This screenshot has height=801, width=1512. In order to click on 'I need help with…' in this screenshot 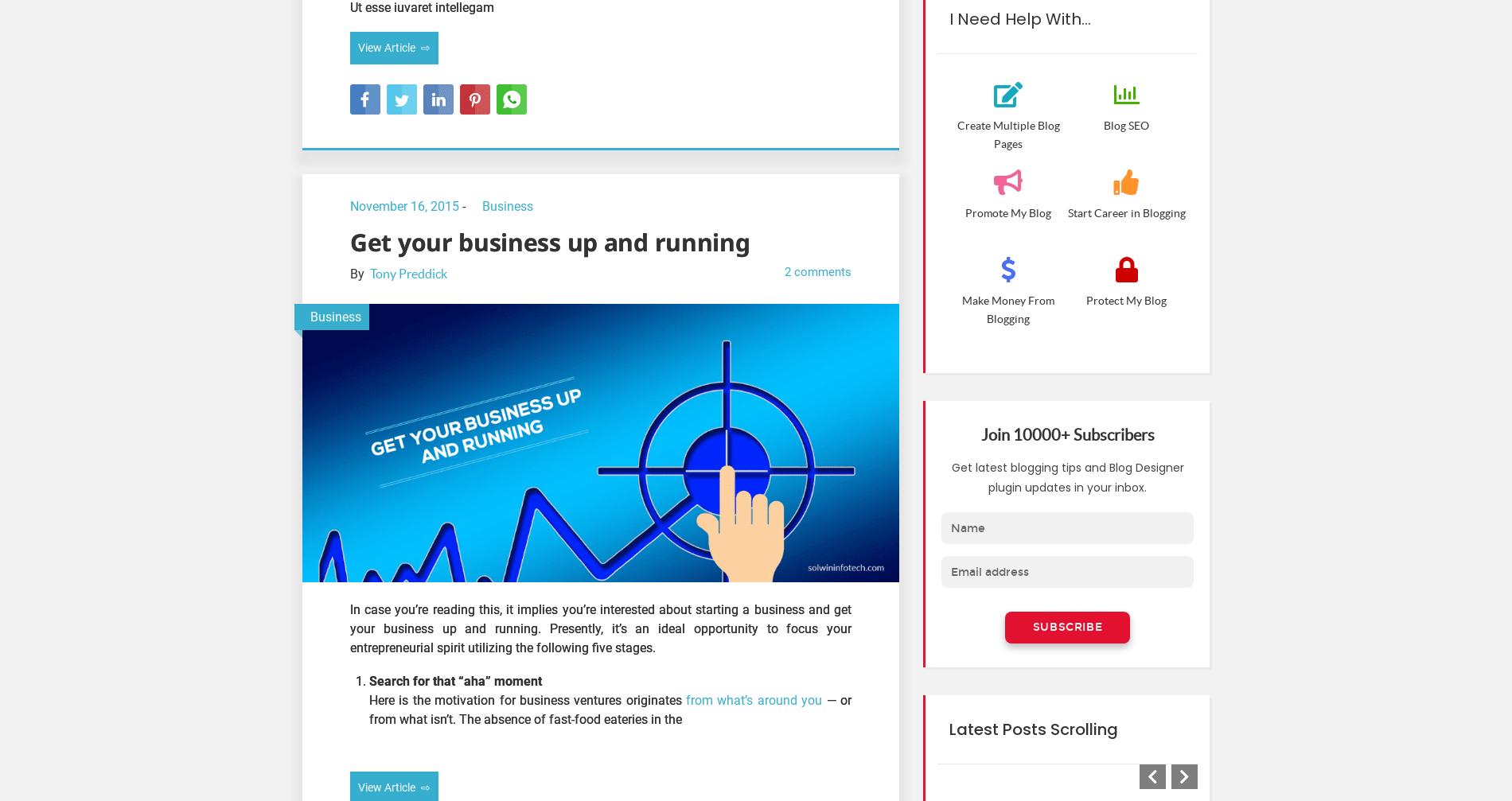, I will do `click(1019, 17)`.